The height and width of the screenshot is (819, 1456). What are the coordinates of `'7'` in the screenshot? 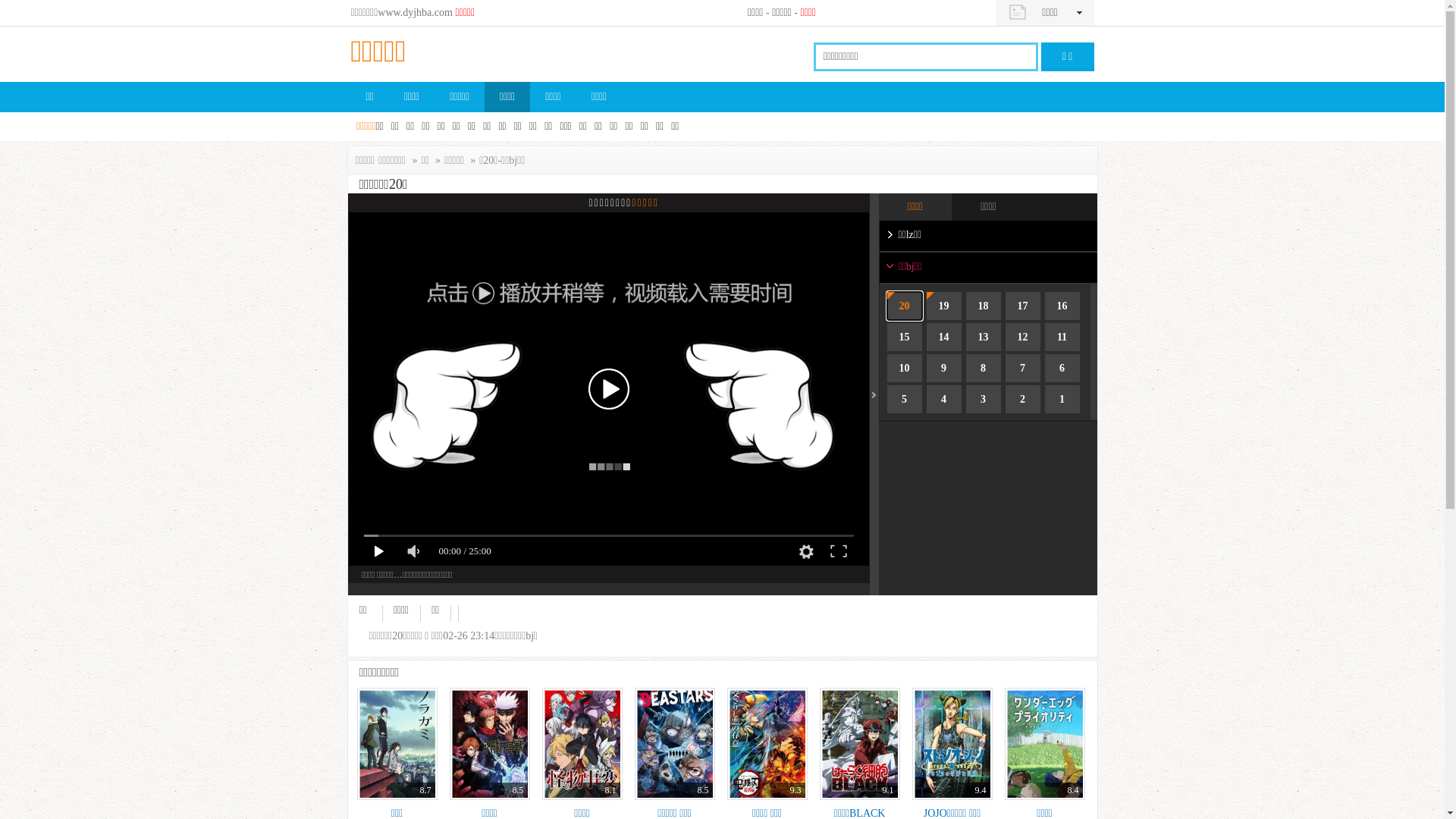 It's located at (1022, 368).